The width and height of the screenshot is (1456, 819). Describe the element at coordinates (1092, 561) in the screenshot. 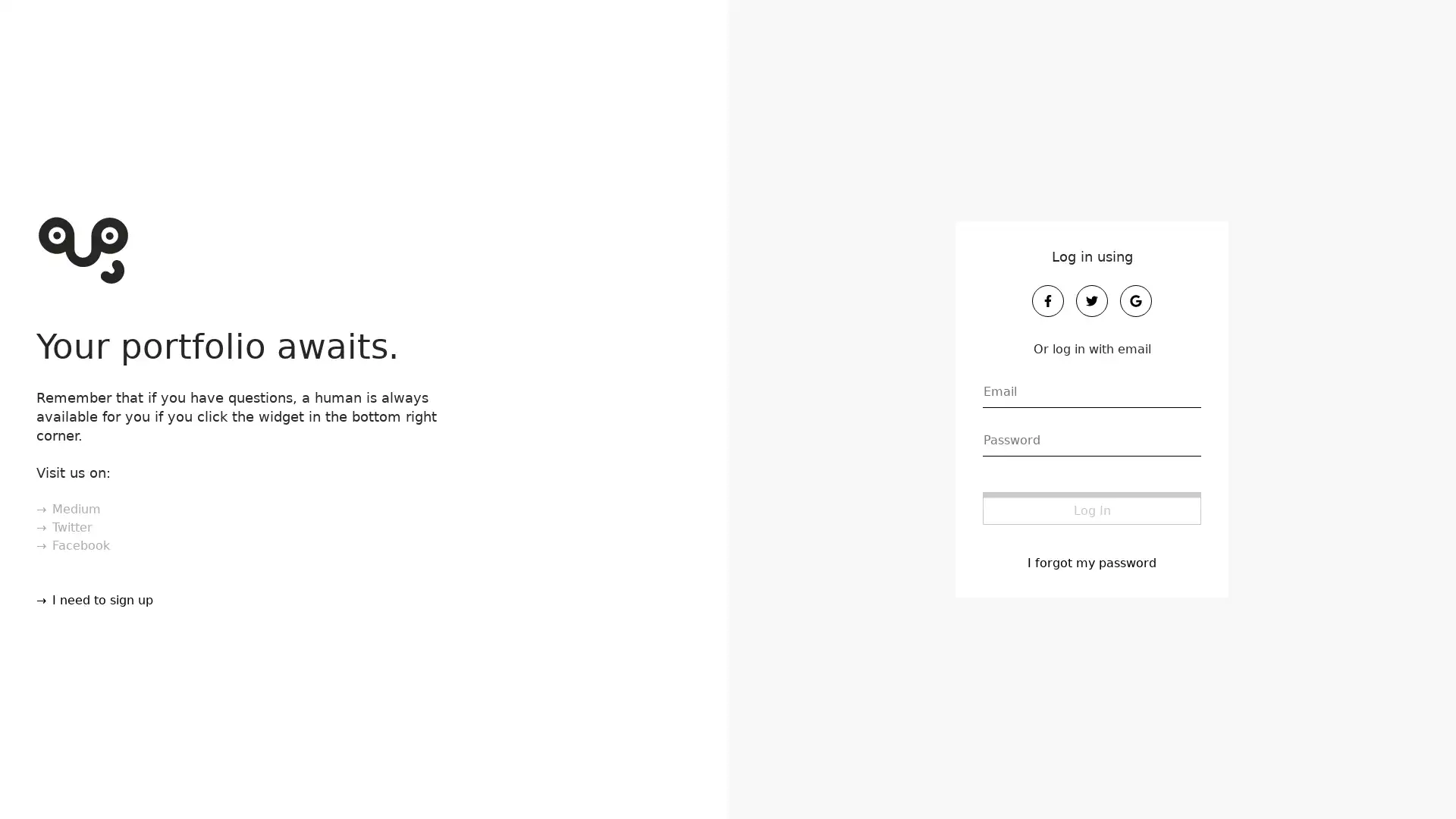

I see `I forgot my password` at that location.